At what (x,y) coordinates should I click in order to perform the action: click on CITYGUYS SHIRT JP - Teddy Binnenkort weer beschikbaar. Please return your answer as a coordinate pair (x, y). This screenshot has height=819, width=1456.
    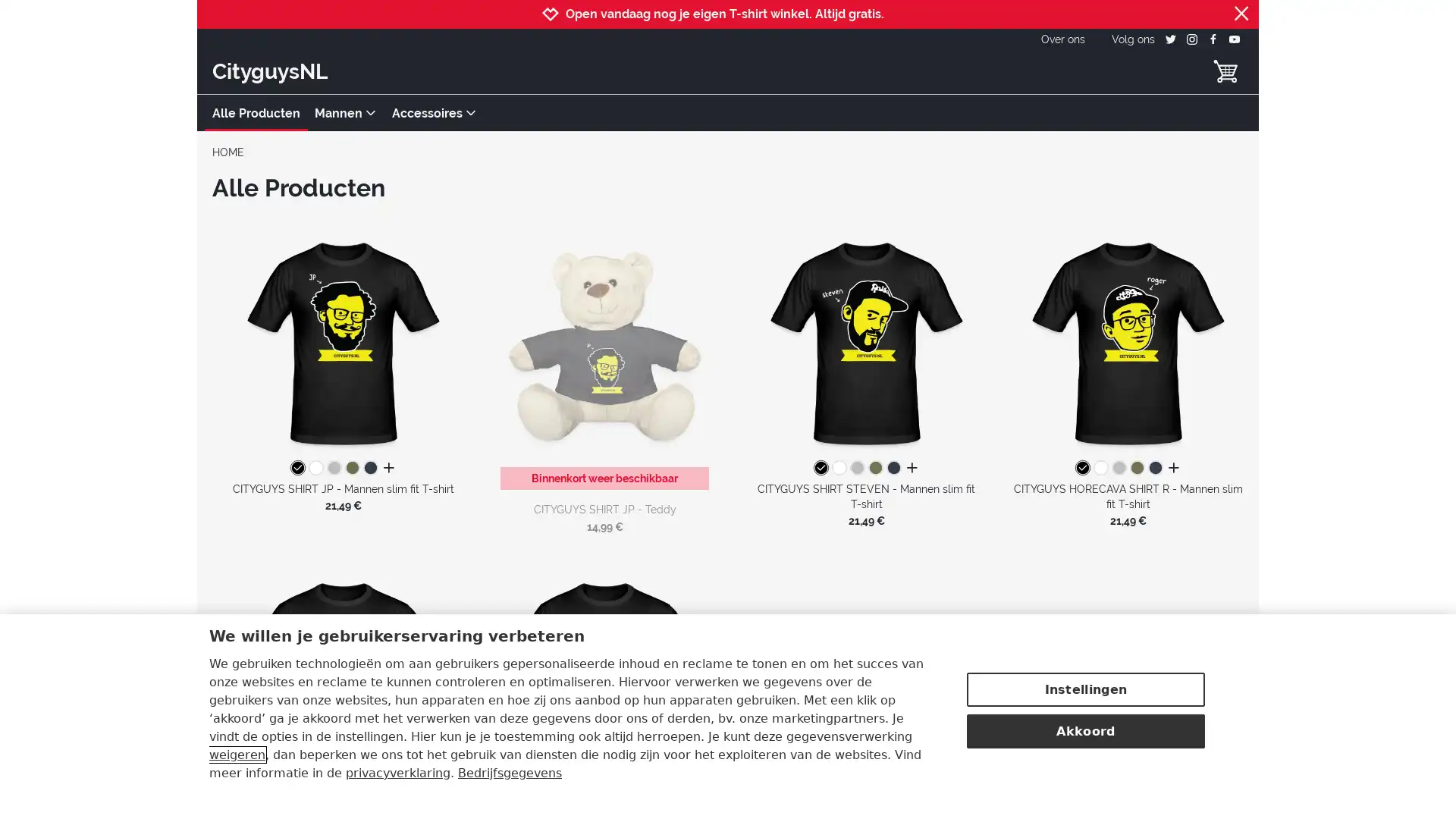
    Looking at the image, I should click on (604, 357).